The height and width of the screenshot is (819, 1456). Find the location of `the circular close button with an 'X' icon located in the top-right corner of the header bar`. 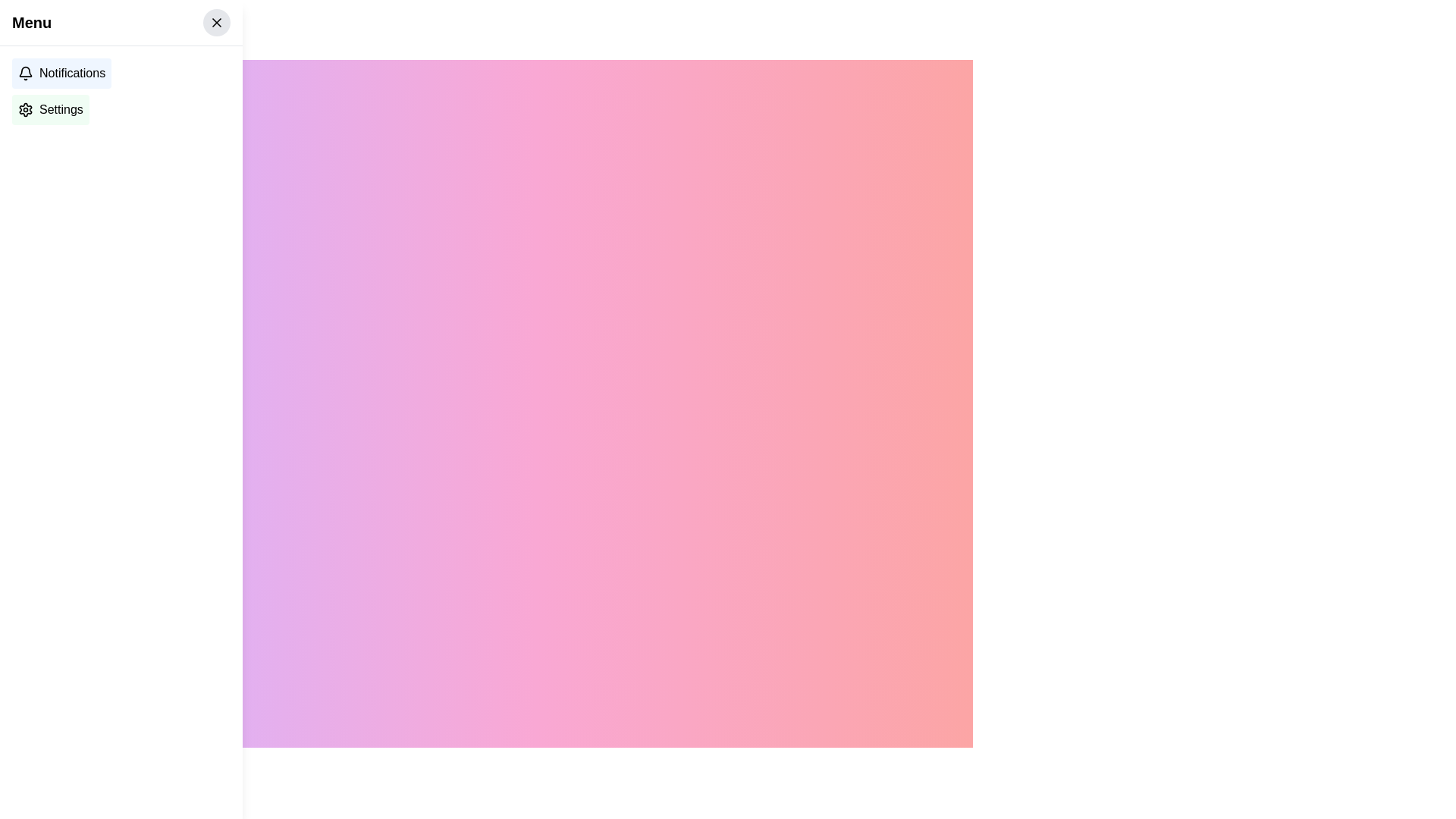

the circular close button with an 'X' icon located in the top-right corner of the header bar is located at coordinates (216, 23).